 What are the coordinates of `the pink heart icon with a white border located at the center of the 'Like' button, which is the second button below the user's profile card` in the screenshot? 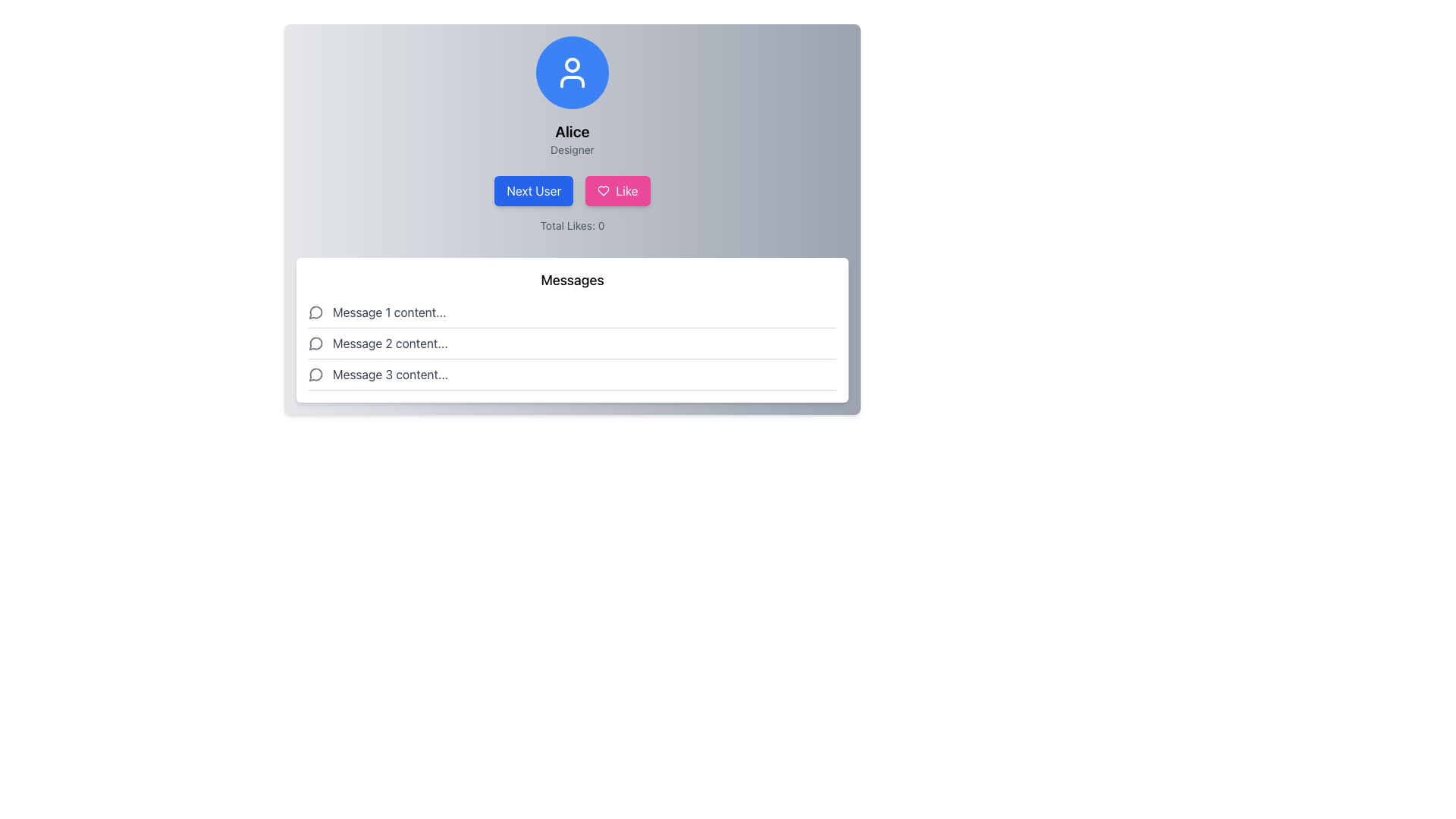 It's located at (603, 190).